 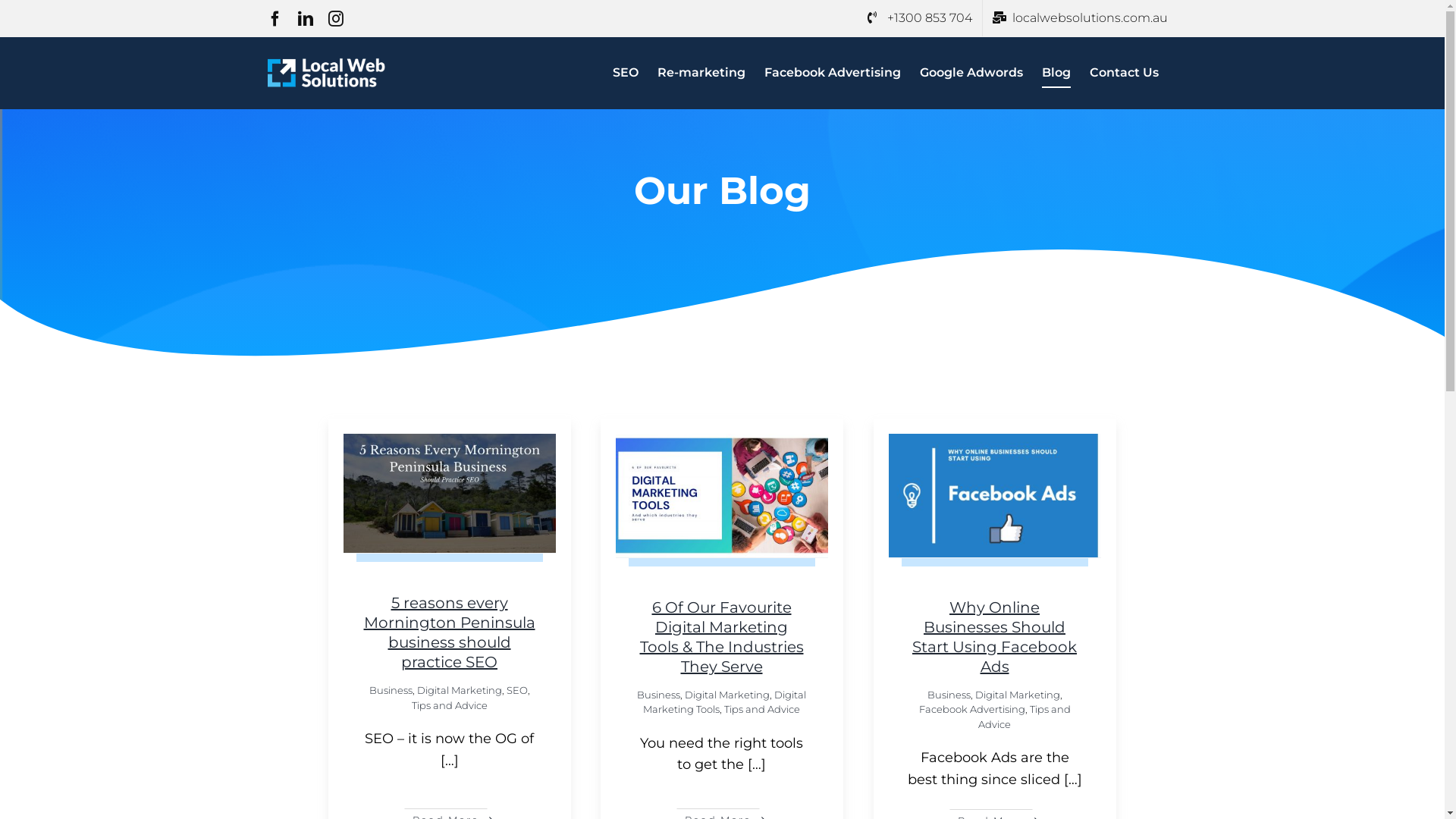 I want to click on 'Contact Us', so click(x=1123, y=73).